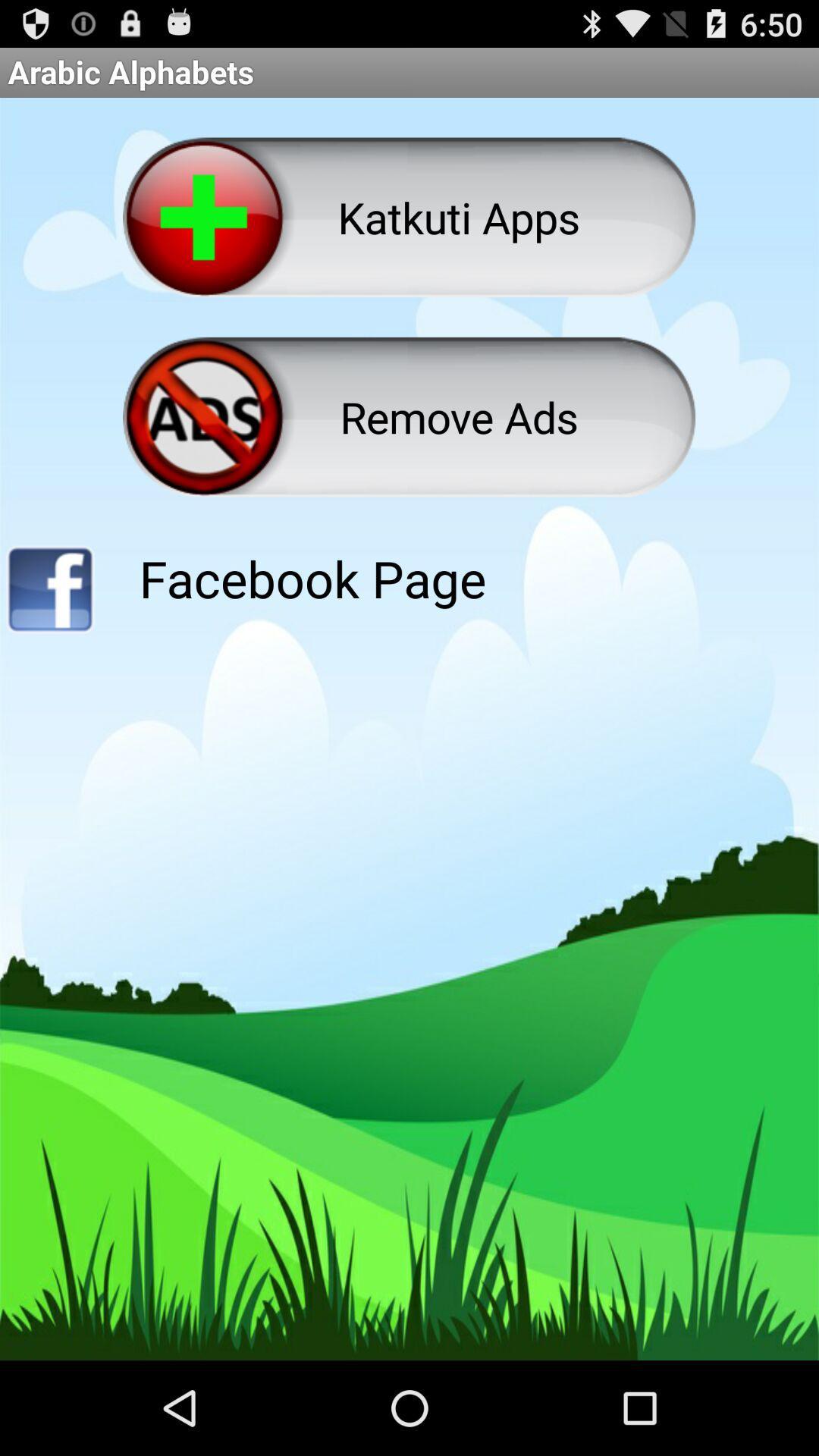 The image size is (819, 1456). Describe the element at coordinates (49, 594) in the screenshot. I see `link to facebook page` at that location.